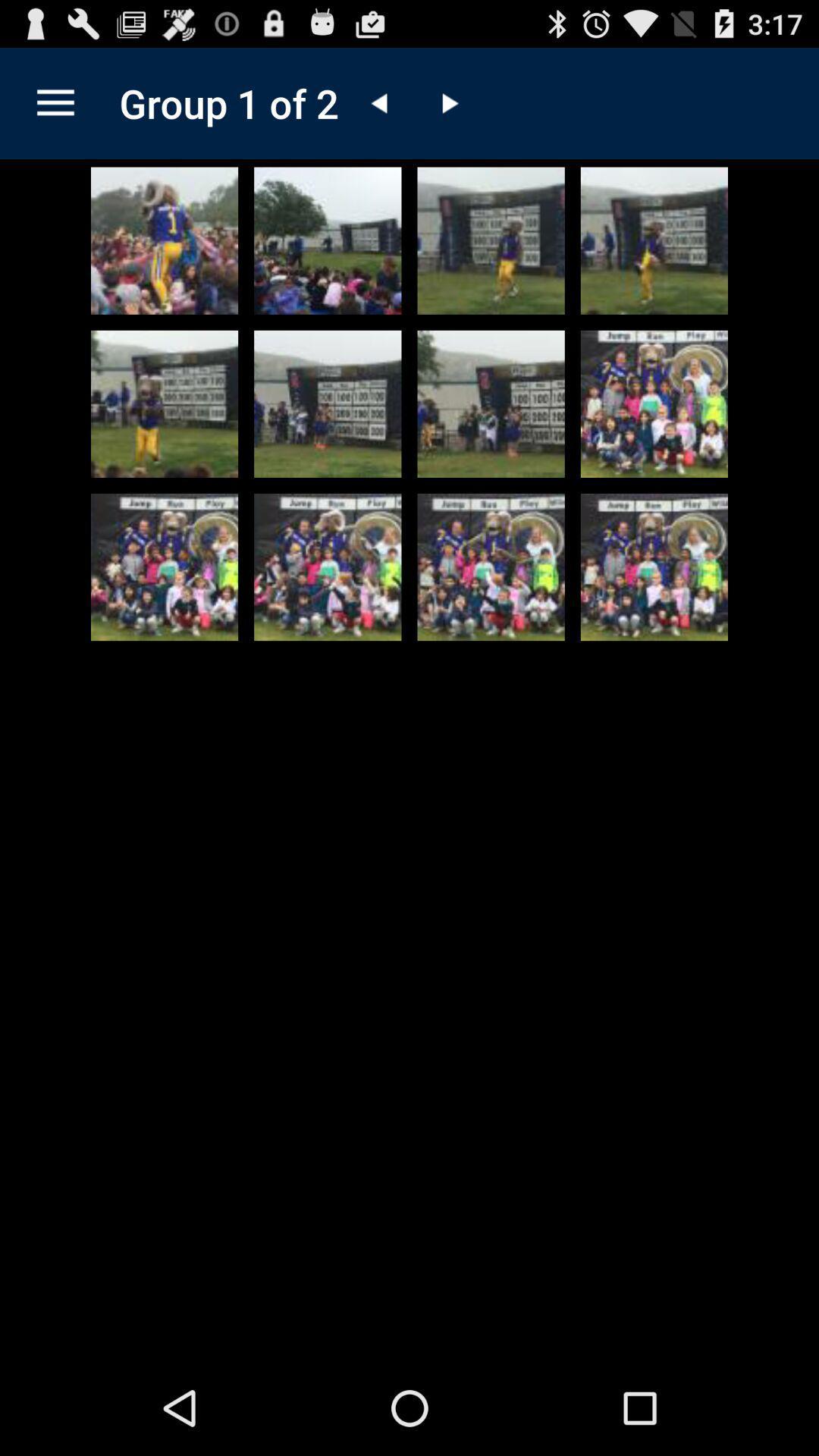 This screenshot has height=1456, width=819. I want to click on picture, so click(165, 566).